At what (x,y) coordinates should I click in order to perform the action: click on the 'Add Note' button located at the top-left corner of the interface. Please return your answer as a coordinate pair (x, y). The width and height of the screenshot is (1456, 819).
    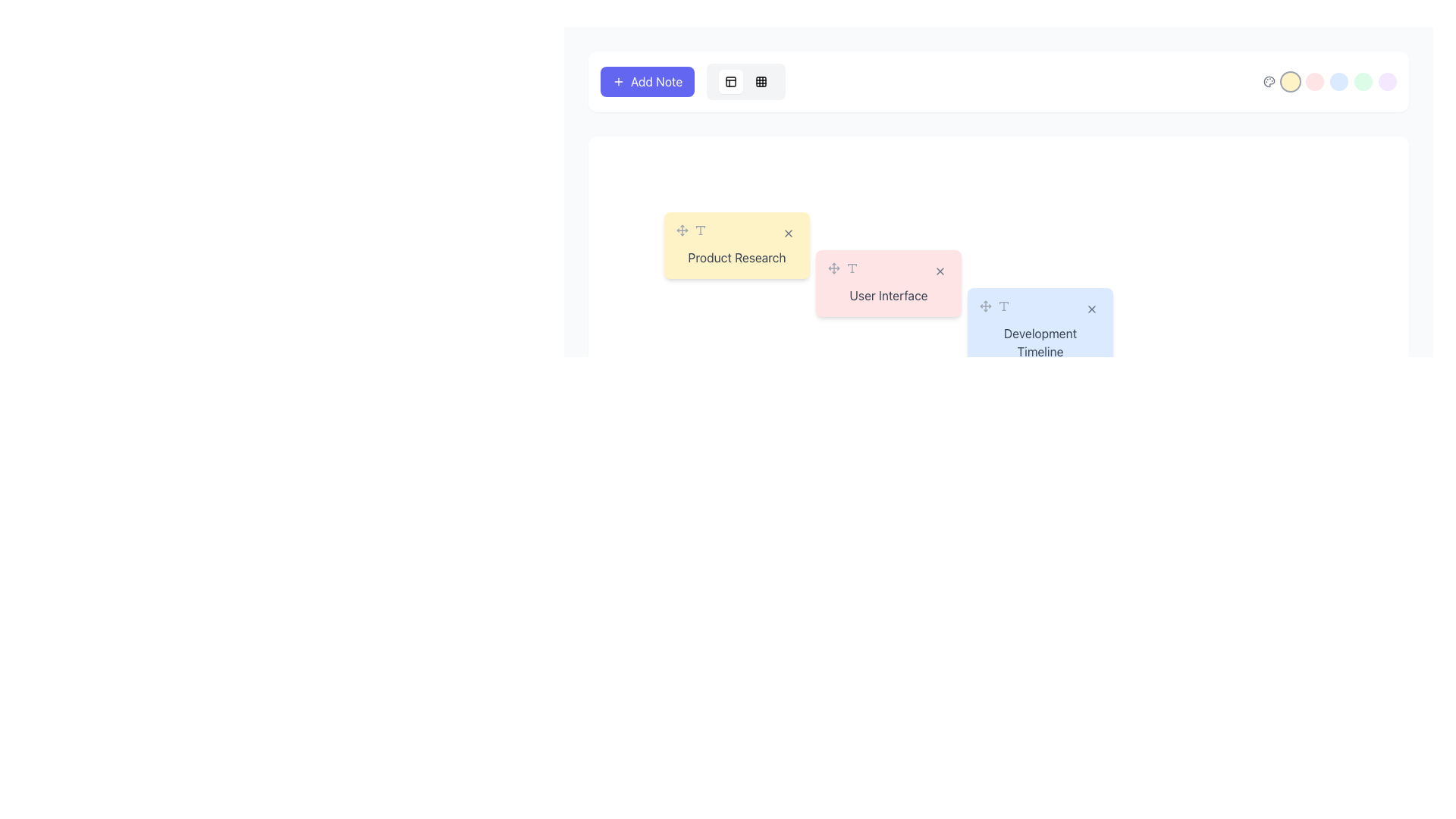
    Looking at the image, I should click on (648, 82).